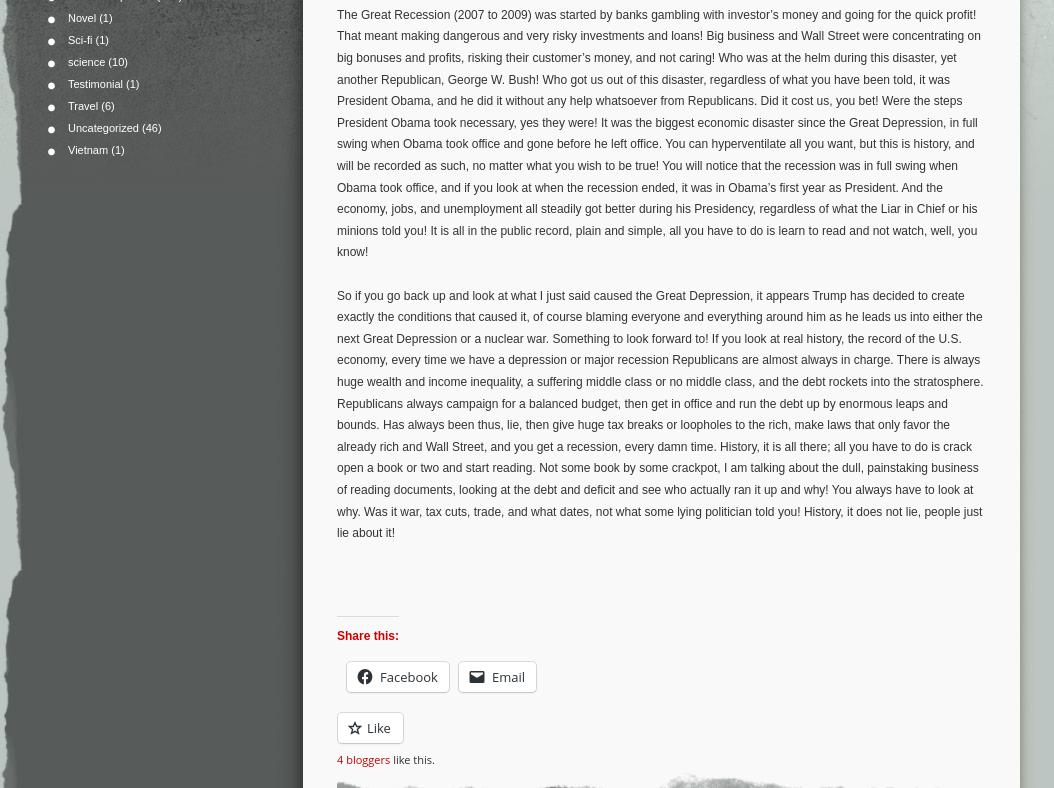 This screenshot has width=1054, height=788. What do you see at coordinates (149, 127) in the screenshot?
I see `'(46)'` at bounding box center [149, 127].